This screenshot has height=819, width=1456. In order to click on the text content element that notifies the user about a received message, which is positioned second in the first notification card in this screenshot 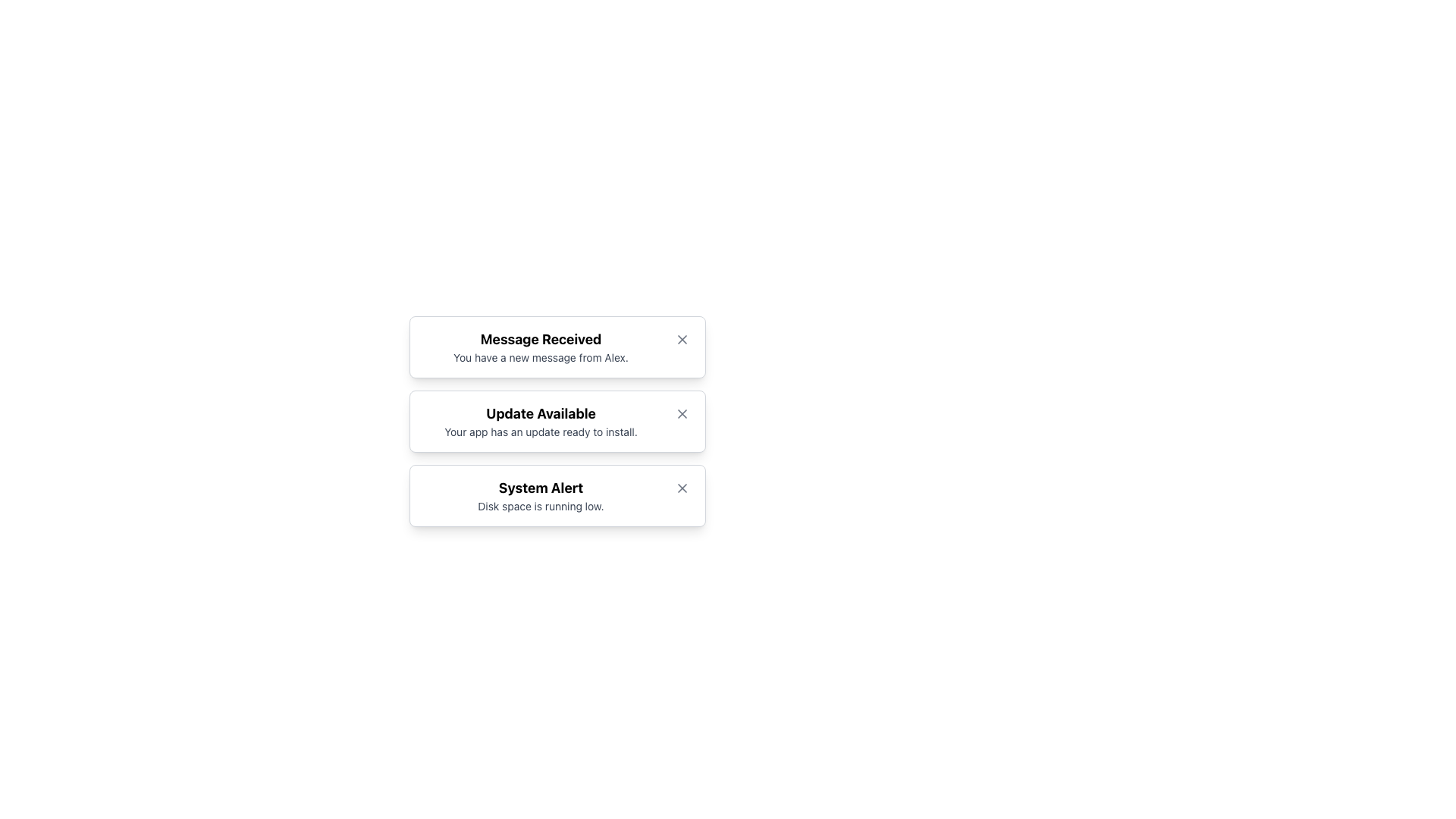, I will do `click(541, 347)`.